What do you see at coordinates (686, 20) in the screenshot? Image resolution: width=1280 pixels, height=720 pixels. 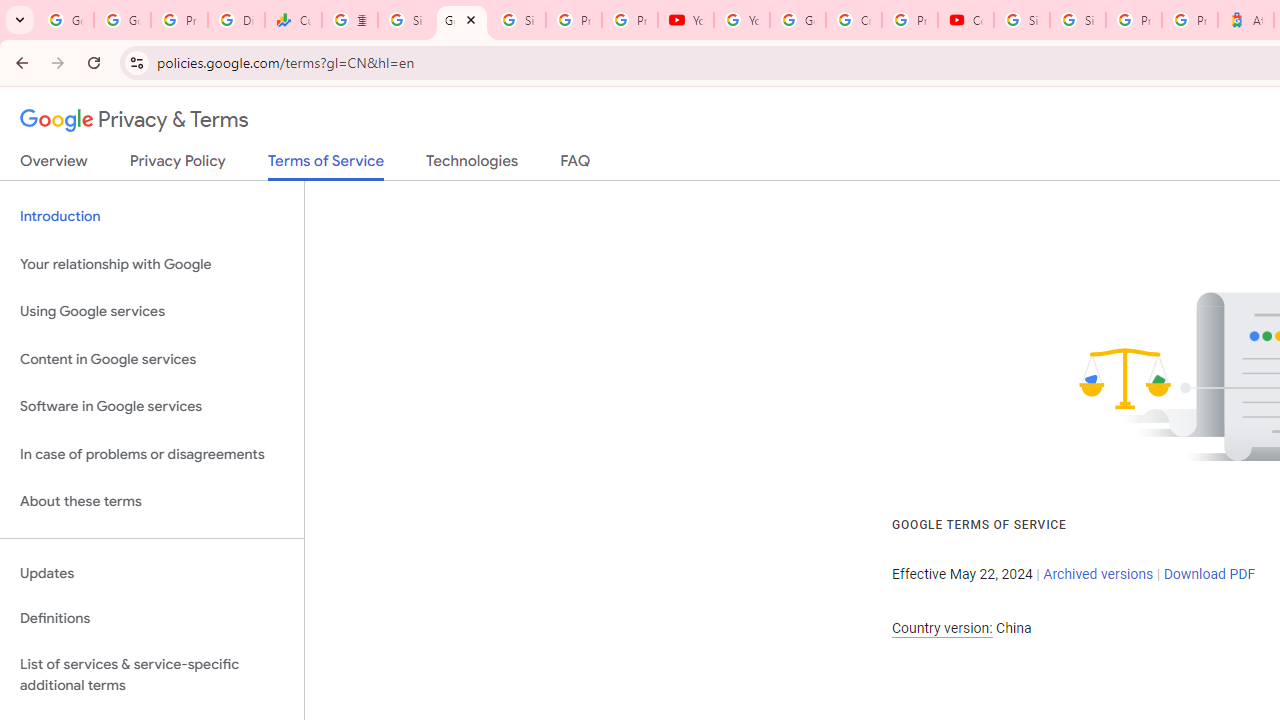 I see `'YouTube'` at bounding box center [686, 20].